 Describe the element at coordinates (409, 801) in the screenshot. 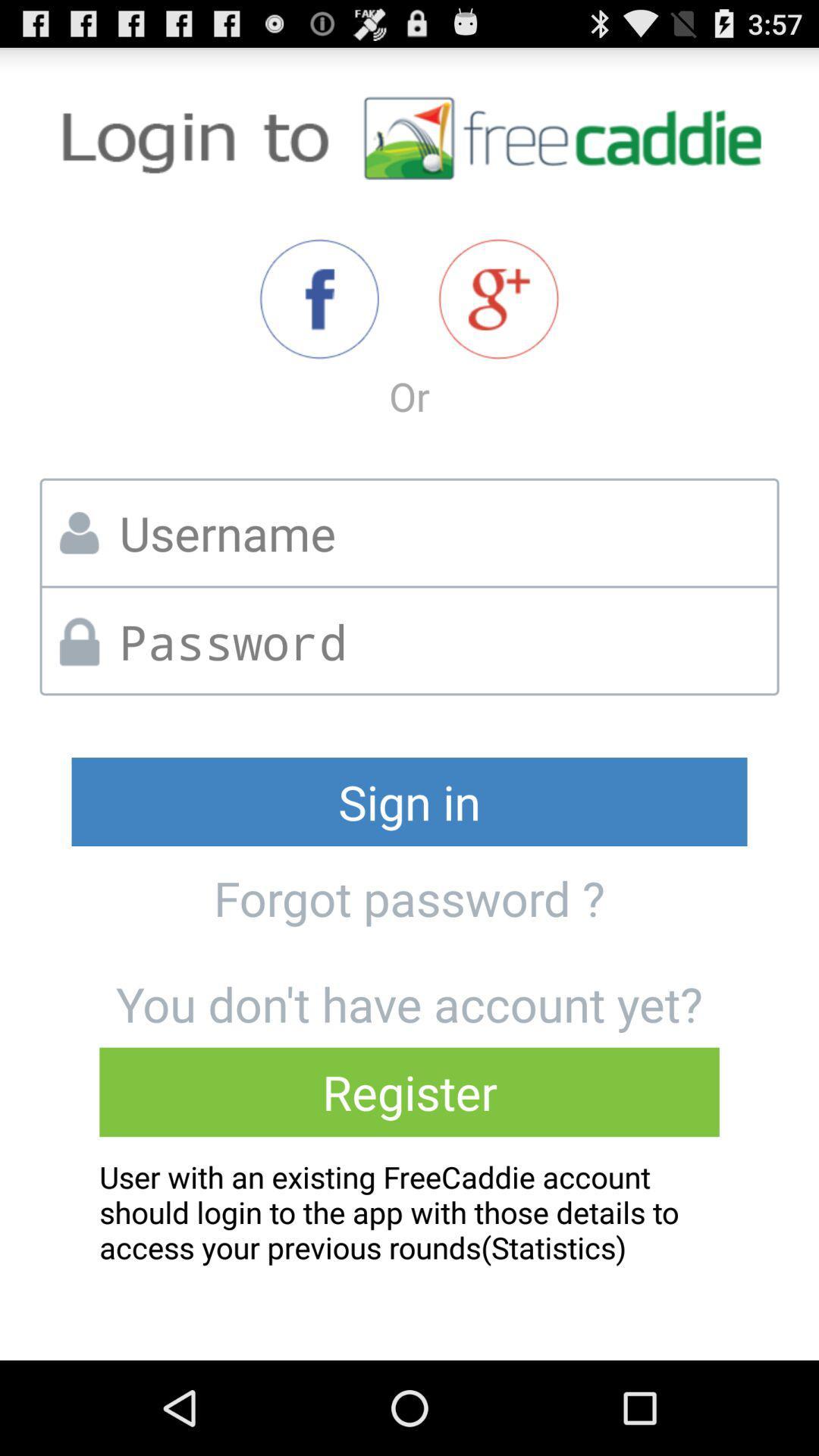

I see `sign in icon` at that location.